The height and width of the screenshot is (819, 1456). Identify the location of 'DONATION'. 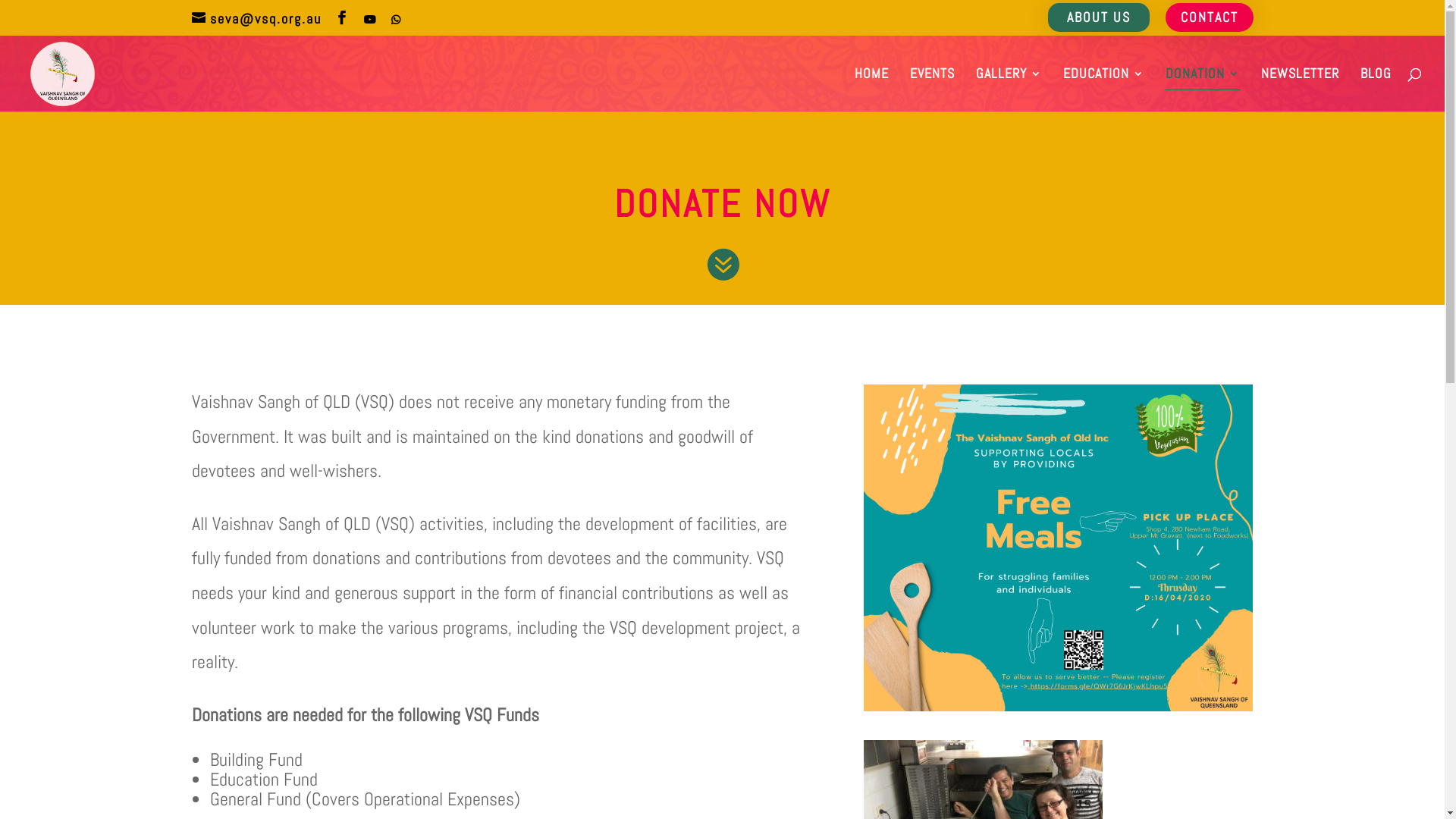
(1164, 89).